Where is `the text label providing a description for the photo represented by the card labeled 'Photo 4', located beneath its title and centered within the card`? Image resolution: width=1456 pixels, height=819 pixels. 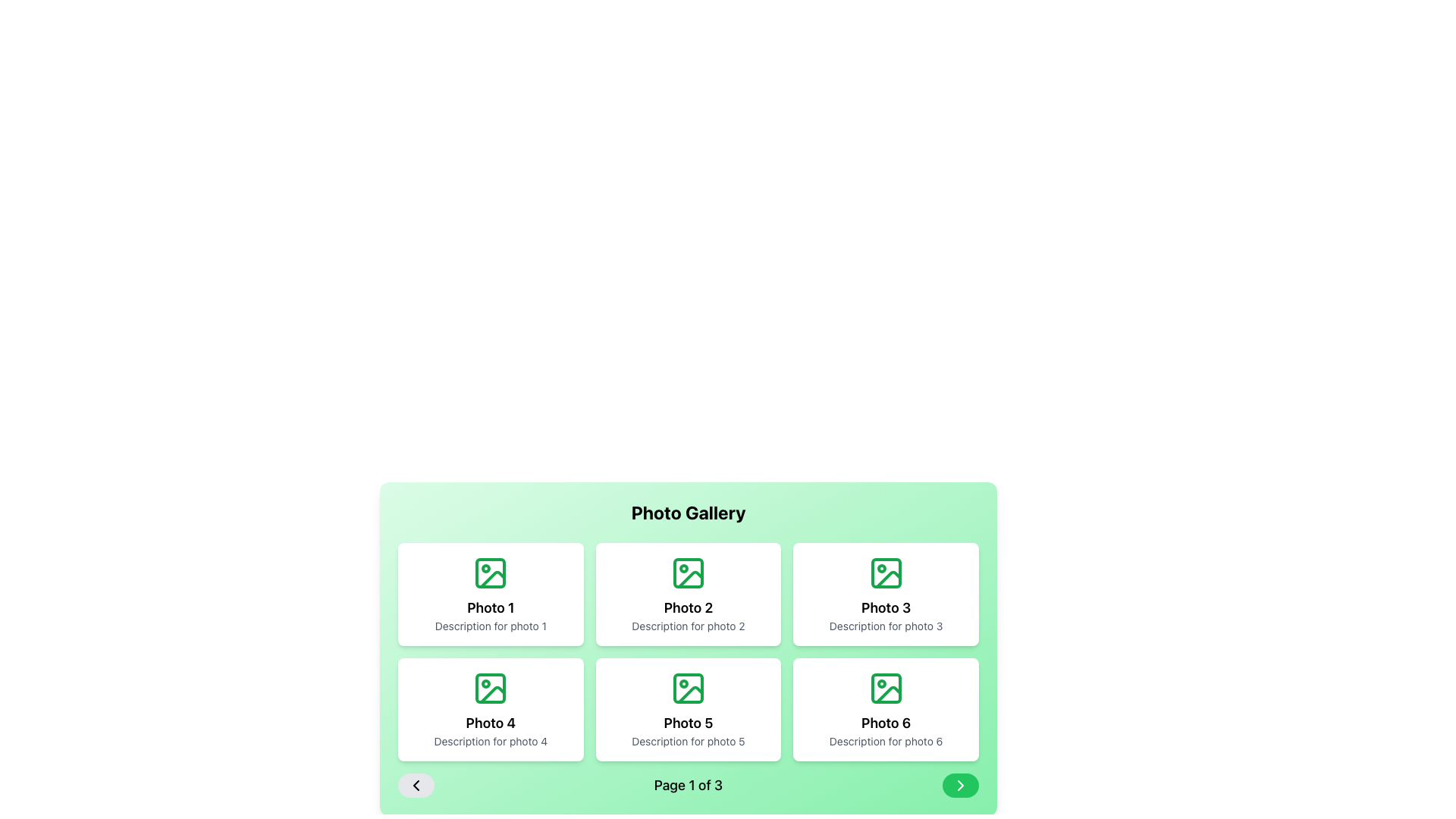
the text label providing a description for the photo represented by the card labeled 'Photo 4', located beneath its title and centered within the card is located at coordinates (491, 741).